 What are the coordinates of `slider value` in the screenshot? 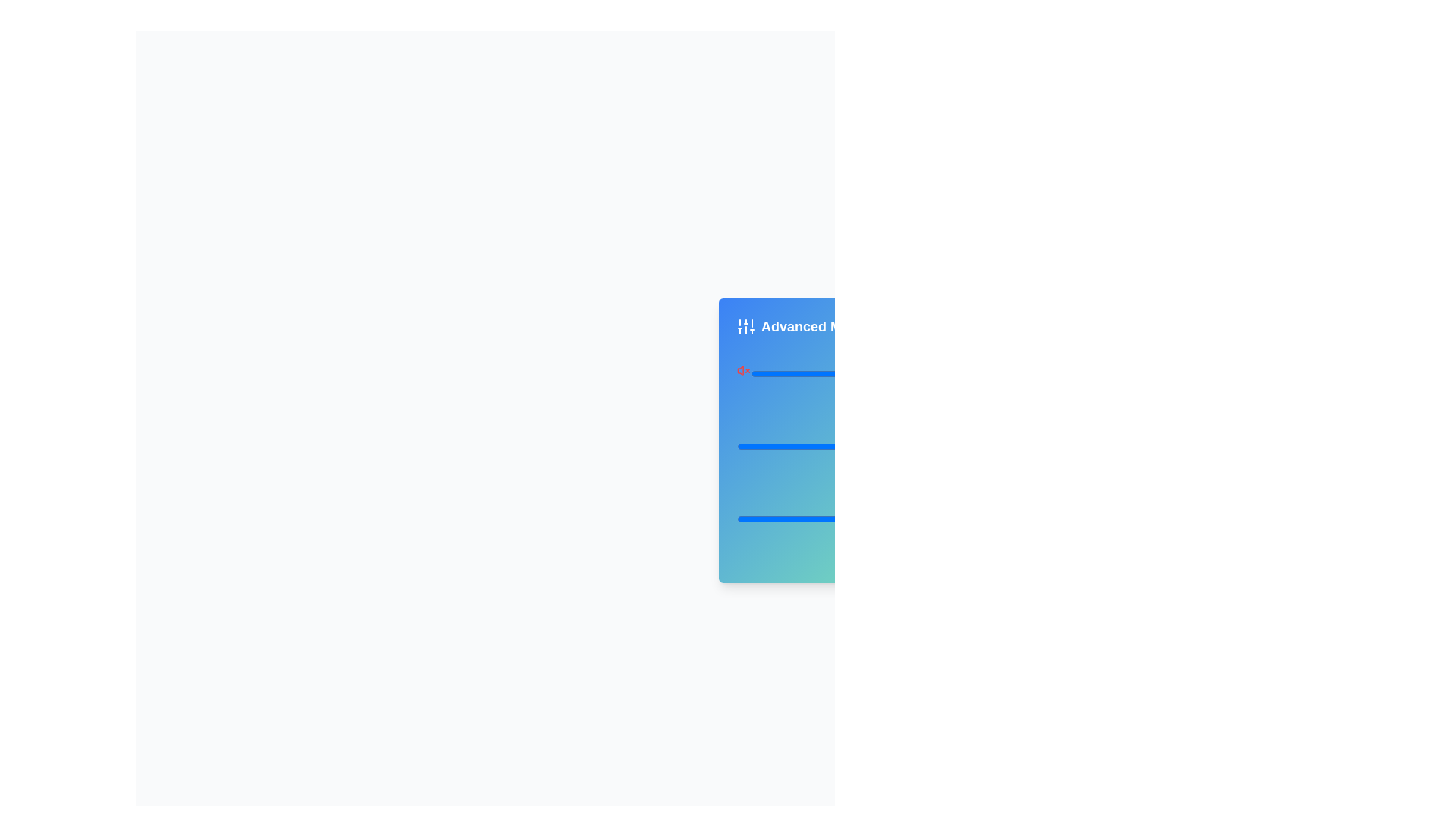 It's located at (789, 519).